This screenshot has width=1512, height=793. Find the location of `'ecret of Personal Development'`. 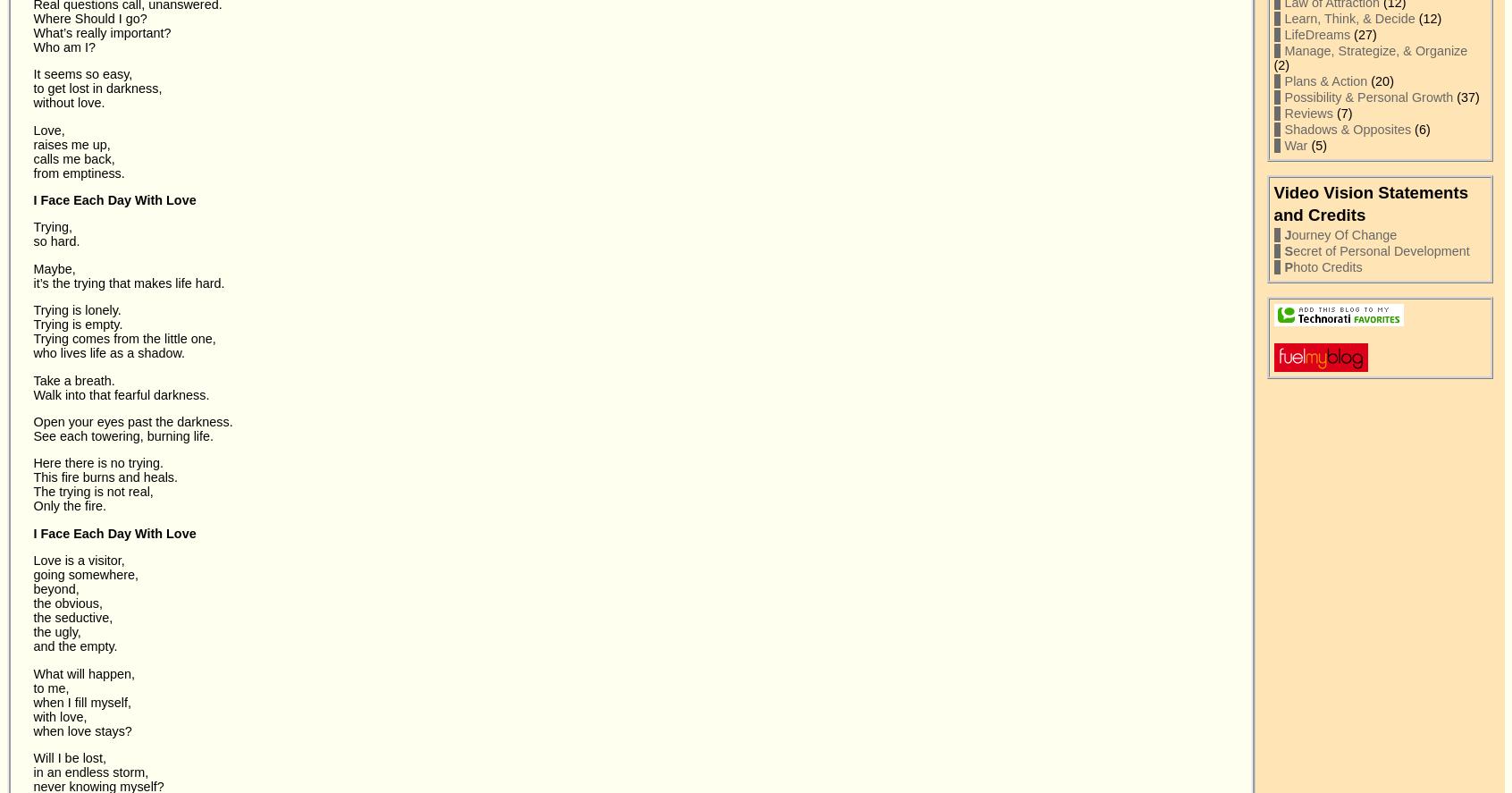

'ecret of Personal Development' is located at coordinates (1381, 249).